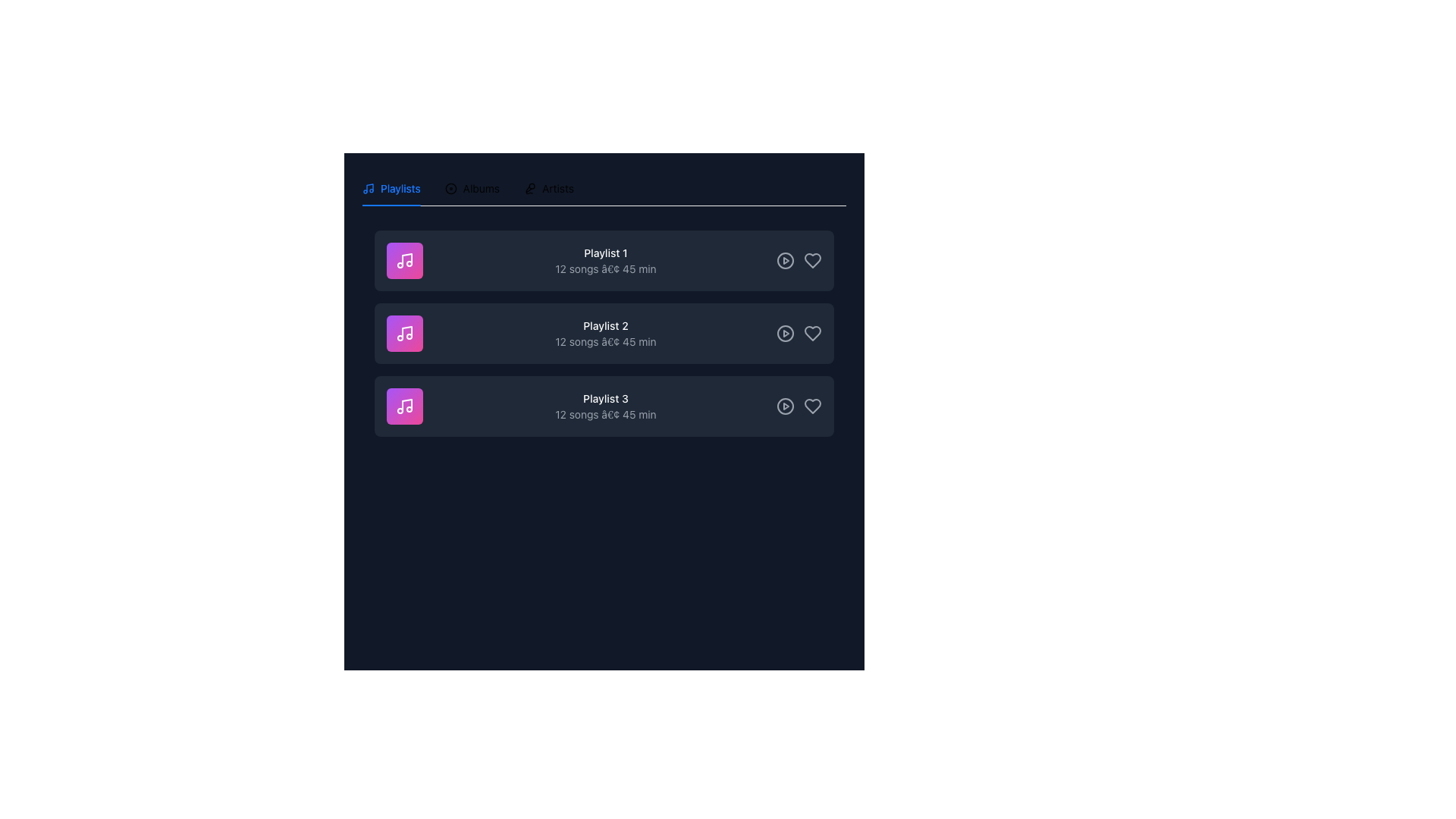  I want to click on the circular graphical element that encloses the play icon for the third playlist, located at the bottom-right corner of the playlist section, so click(786, 406).